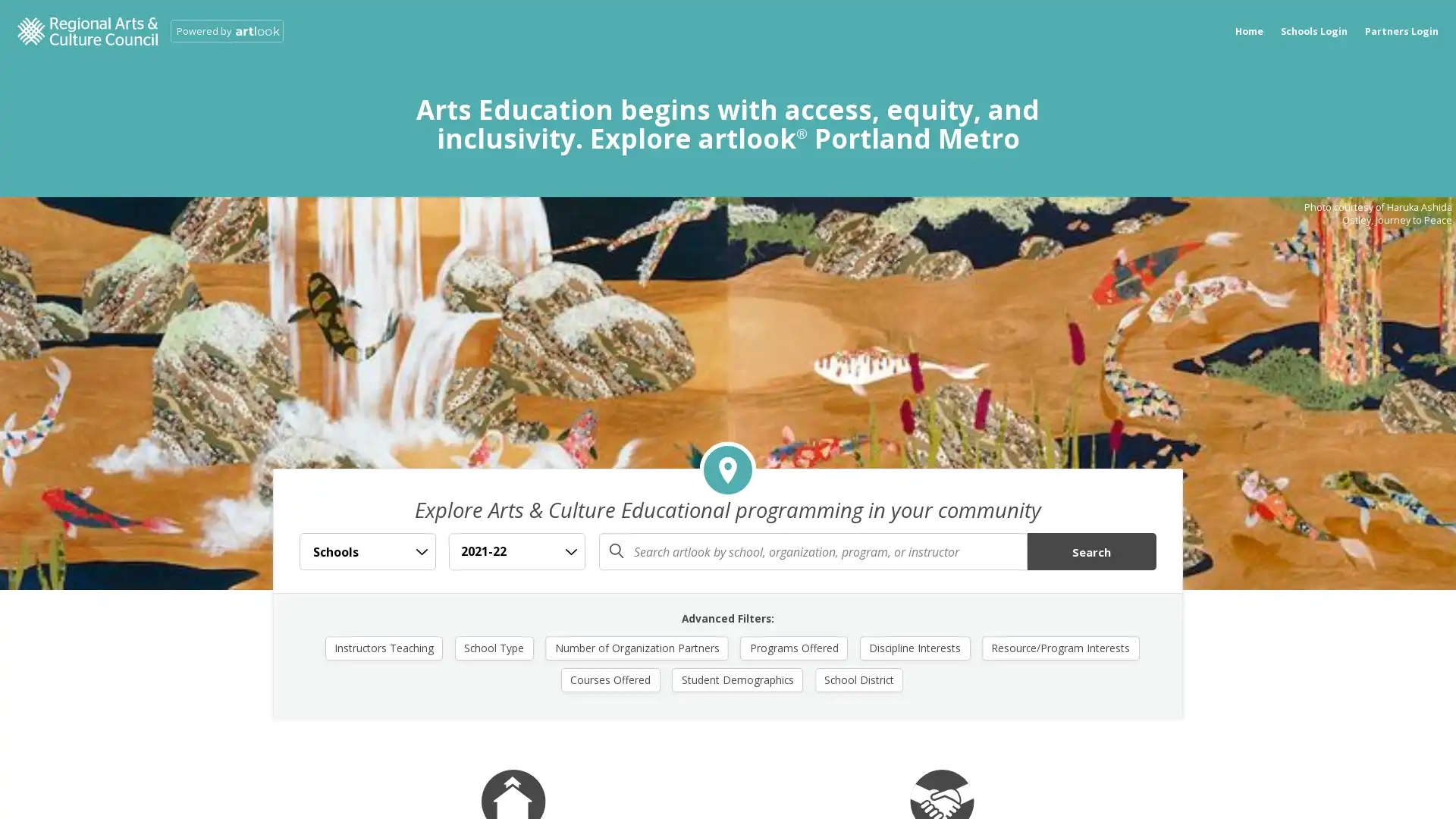 This screenshot has height=819, width=1456. Describe the element at coordinates (1090, 551) in the screenshot. I see `Search` at that location.